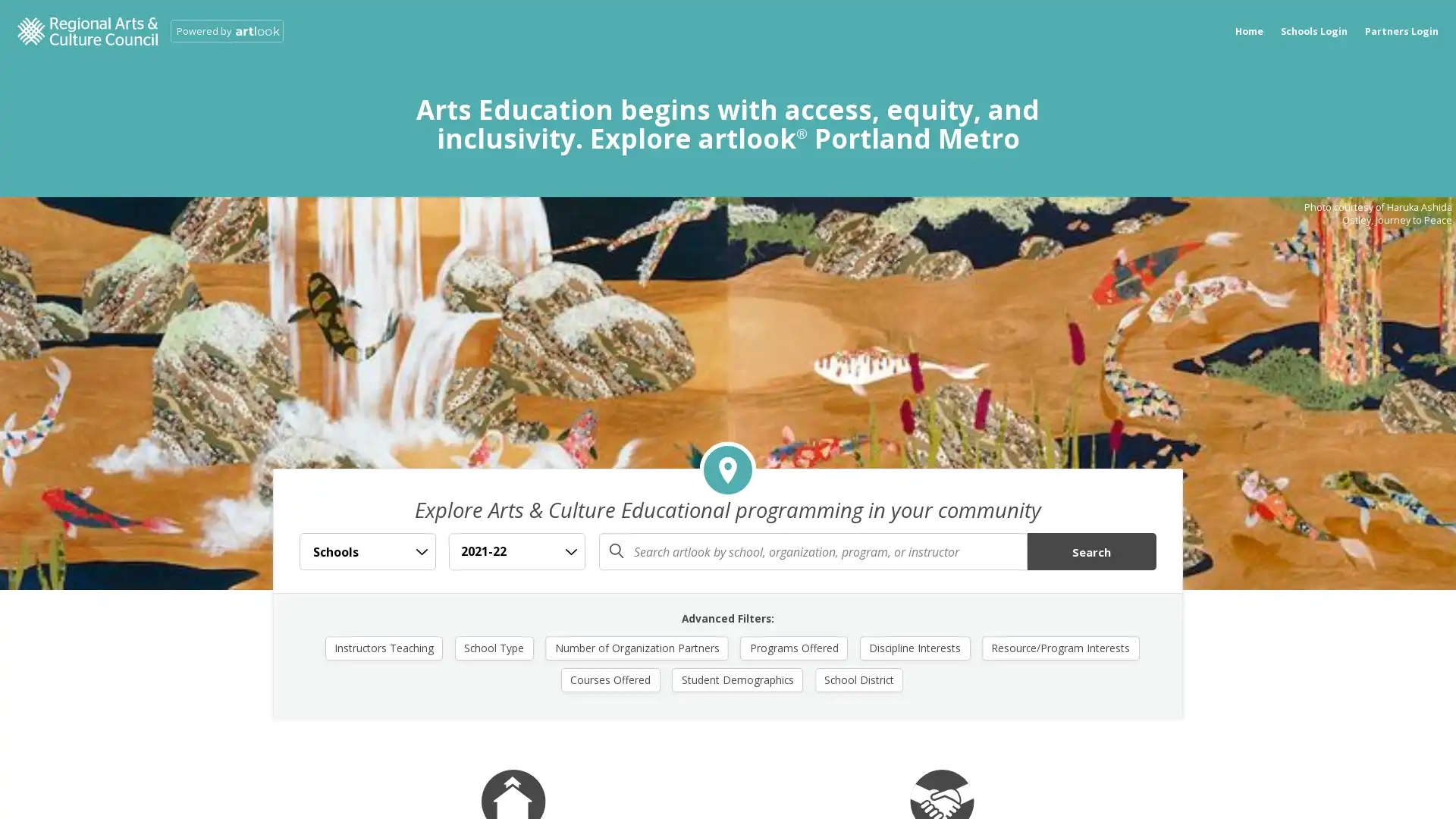 This screenshot has height=819, width=1456. Describe the element at coordinates (1090, 551) in the screenshot. I see `Search` at that location.